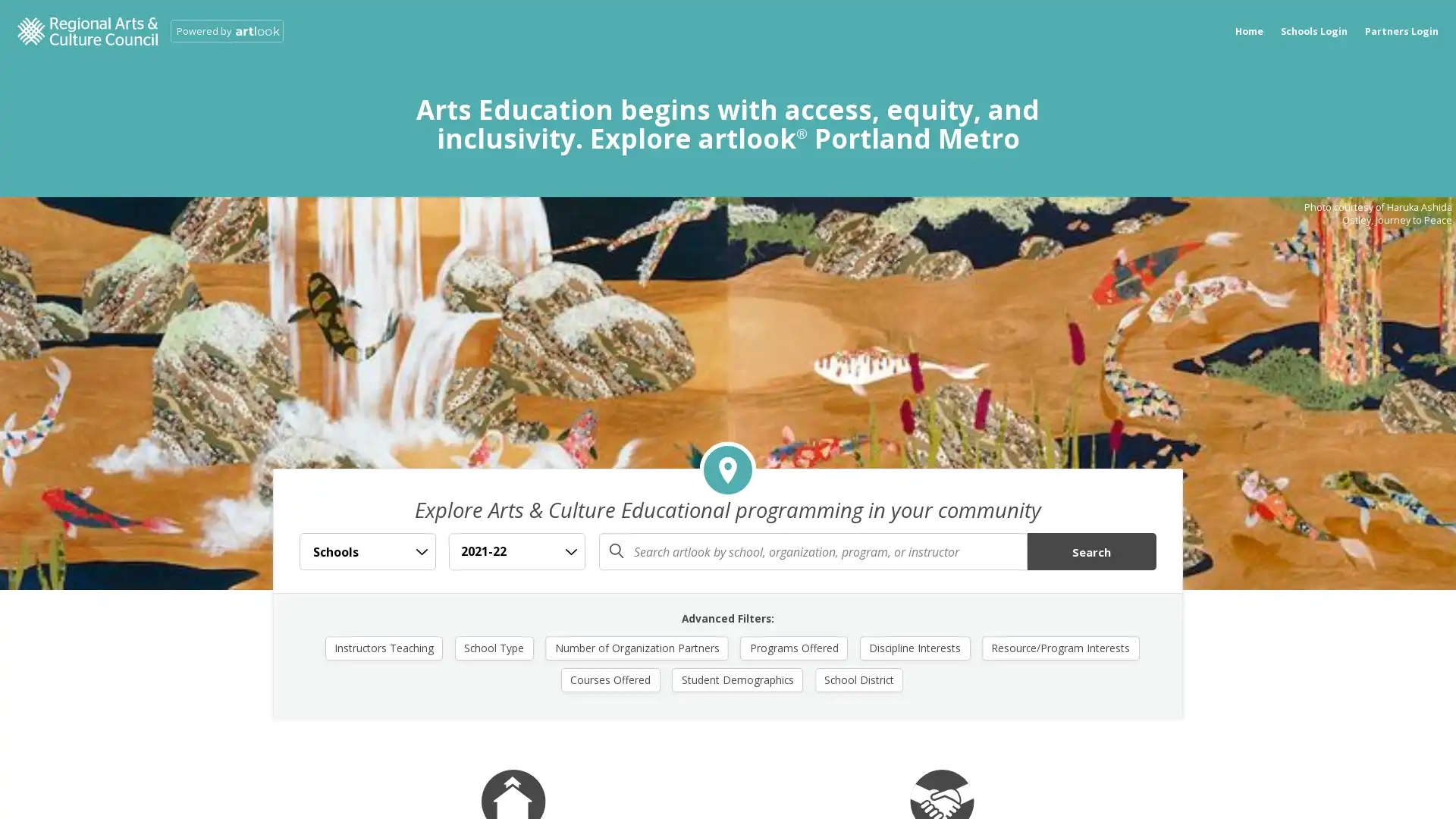 This screenshot has height=819, width=1456. Describe the element at coordinates (1090, 551) in the screenshot. I see `Search` at that location.